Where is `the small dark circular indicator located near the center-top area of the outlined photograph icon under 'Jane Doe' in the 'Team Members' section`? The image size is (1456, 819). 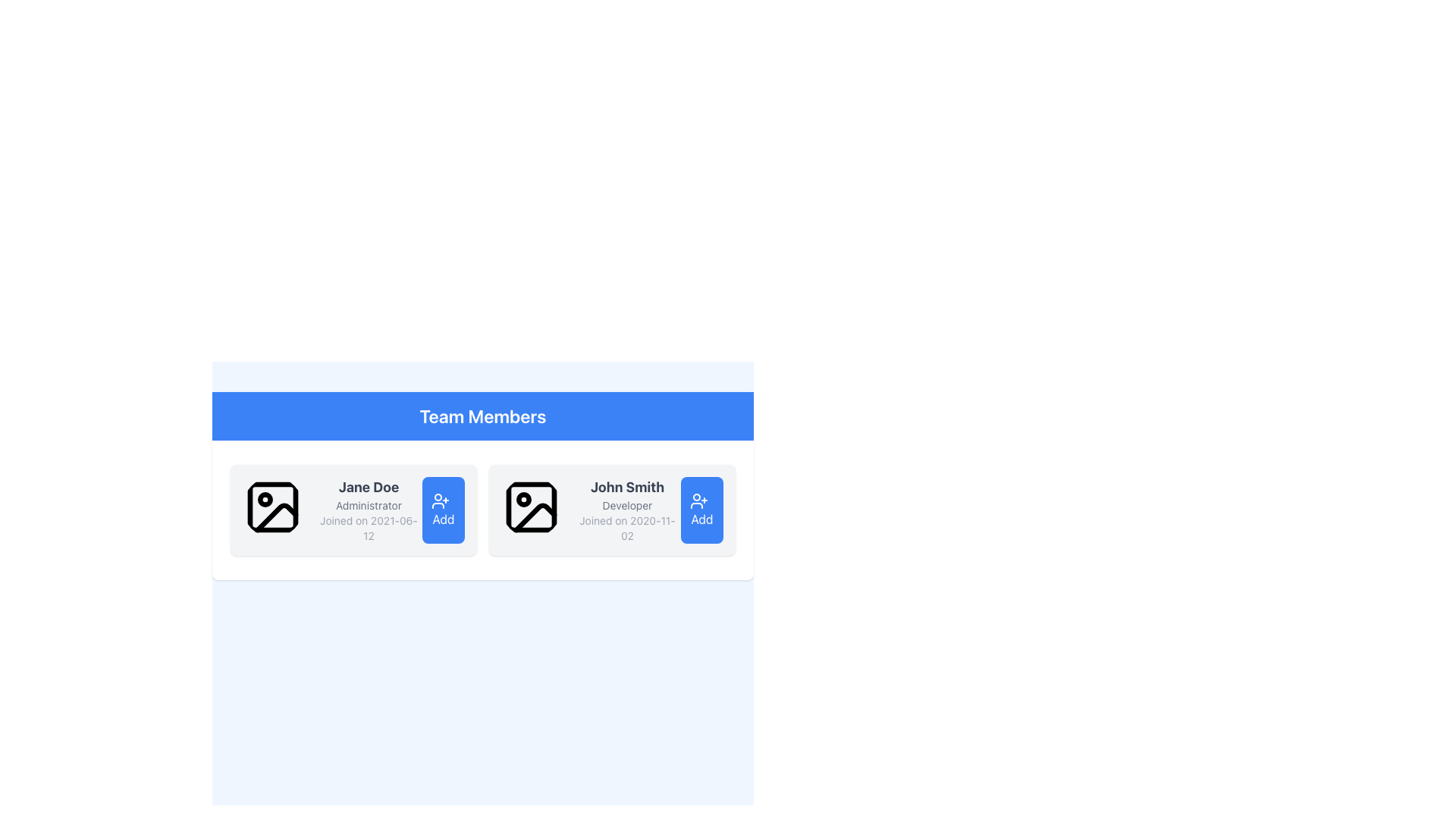
the small dark circular indicator located near the center-top area of the outlined photograph icon under 'Jane Doe' in the 'Team Members' section is located at coordinates (265, 500).